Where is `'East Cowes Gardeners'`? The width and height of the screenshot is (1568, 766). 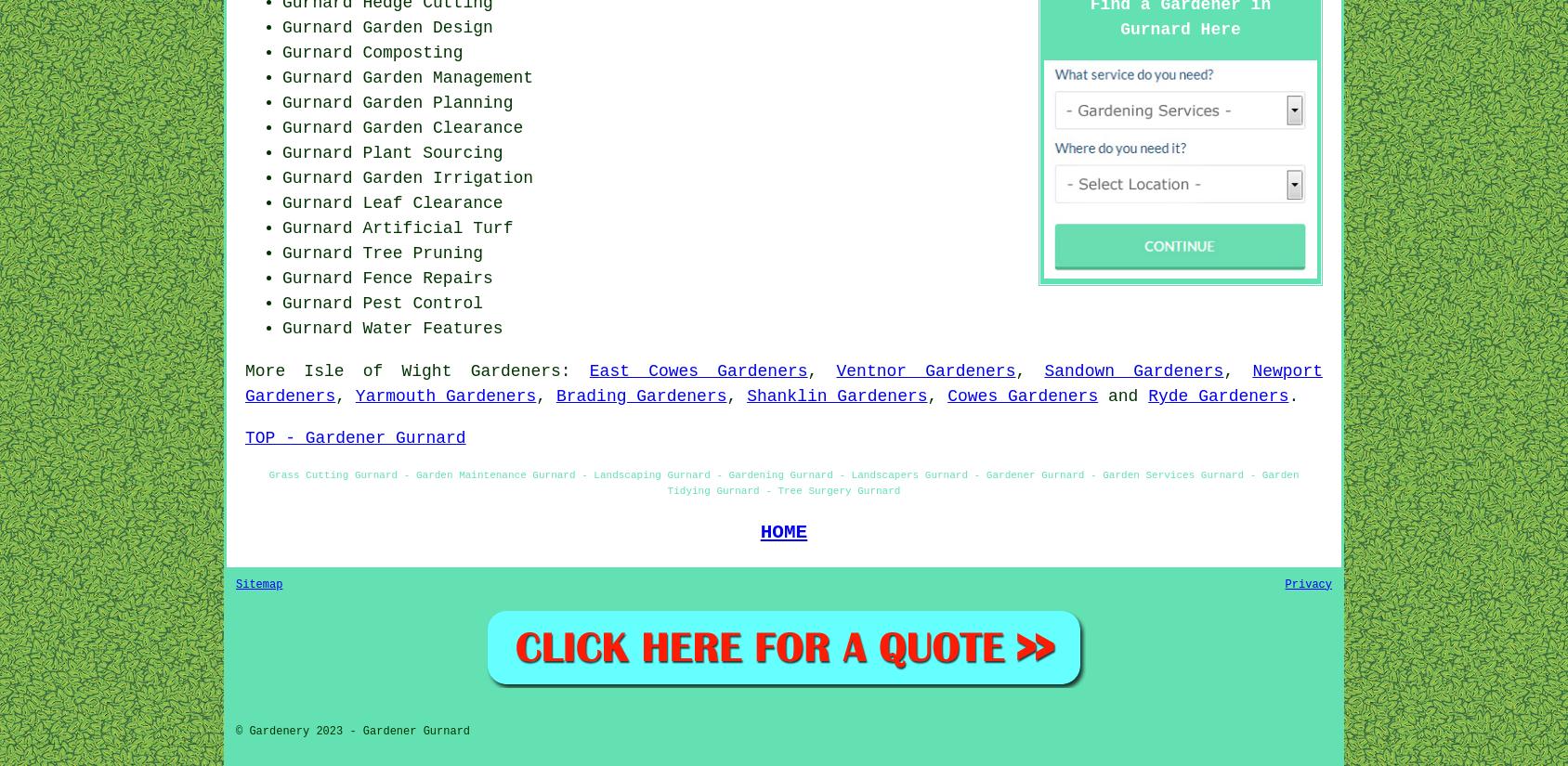 'East Cowes Gardeners' is located at coordinates (698, 370).